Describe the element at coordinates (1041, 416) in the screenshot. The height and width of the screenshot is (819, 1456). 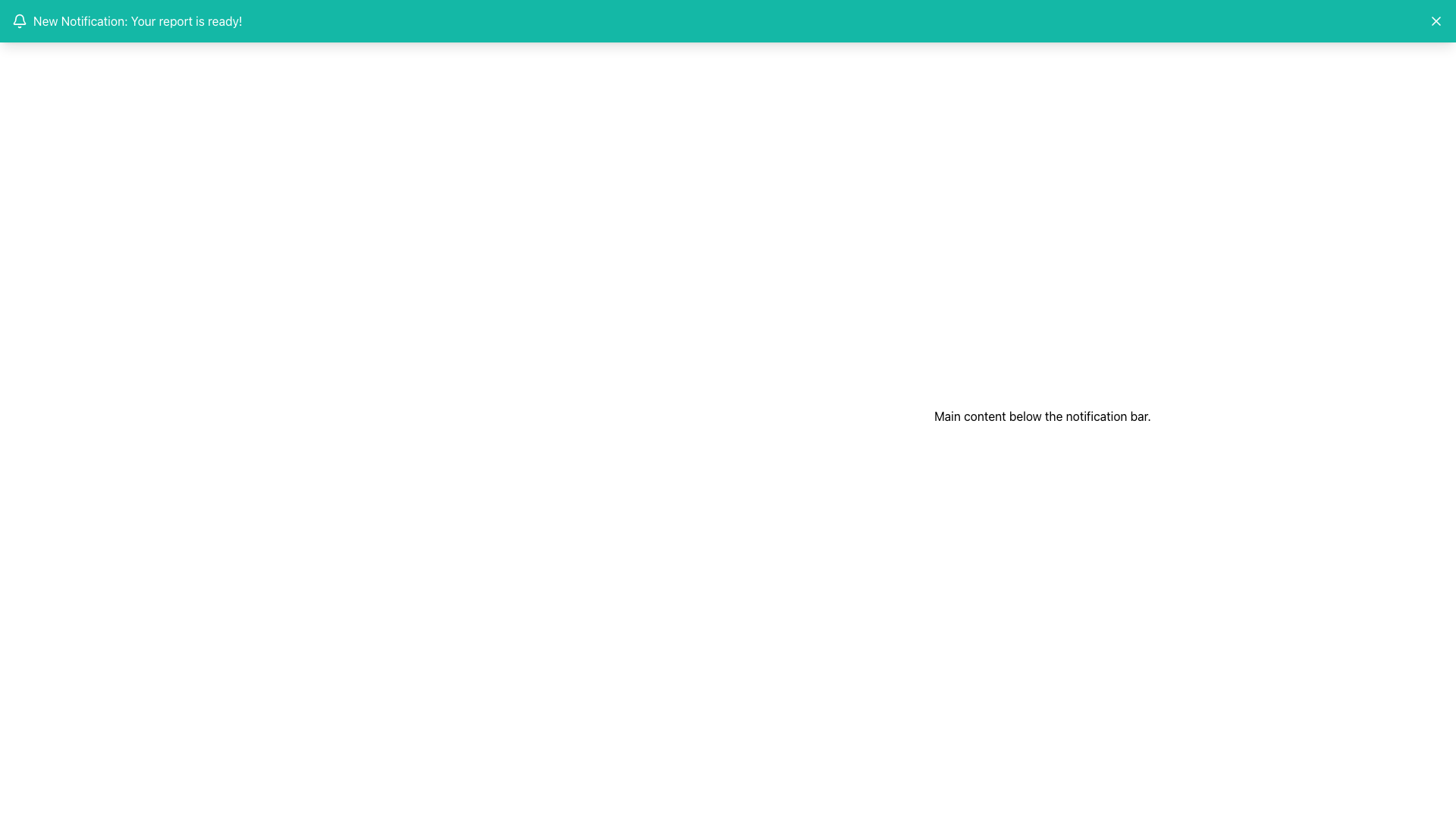
I see `text displayed as 'Main content below the notification bar.' located beneath the notification bar and horizontally centered within the interface` at that location.